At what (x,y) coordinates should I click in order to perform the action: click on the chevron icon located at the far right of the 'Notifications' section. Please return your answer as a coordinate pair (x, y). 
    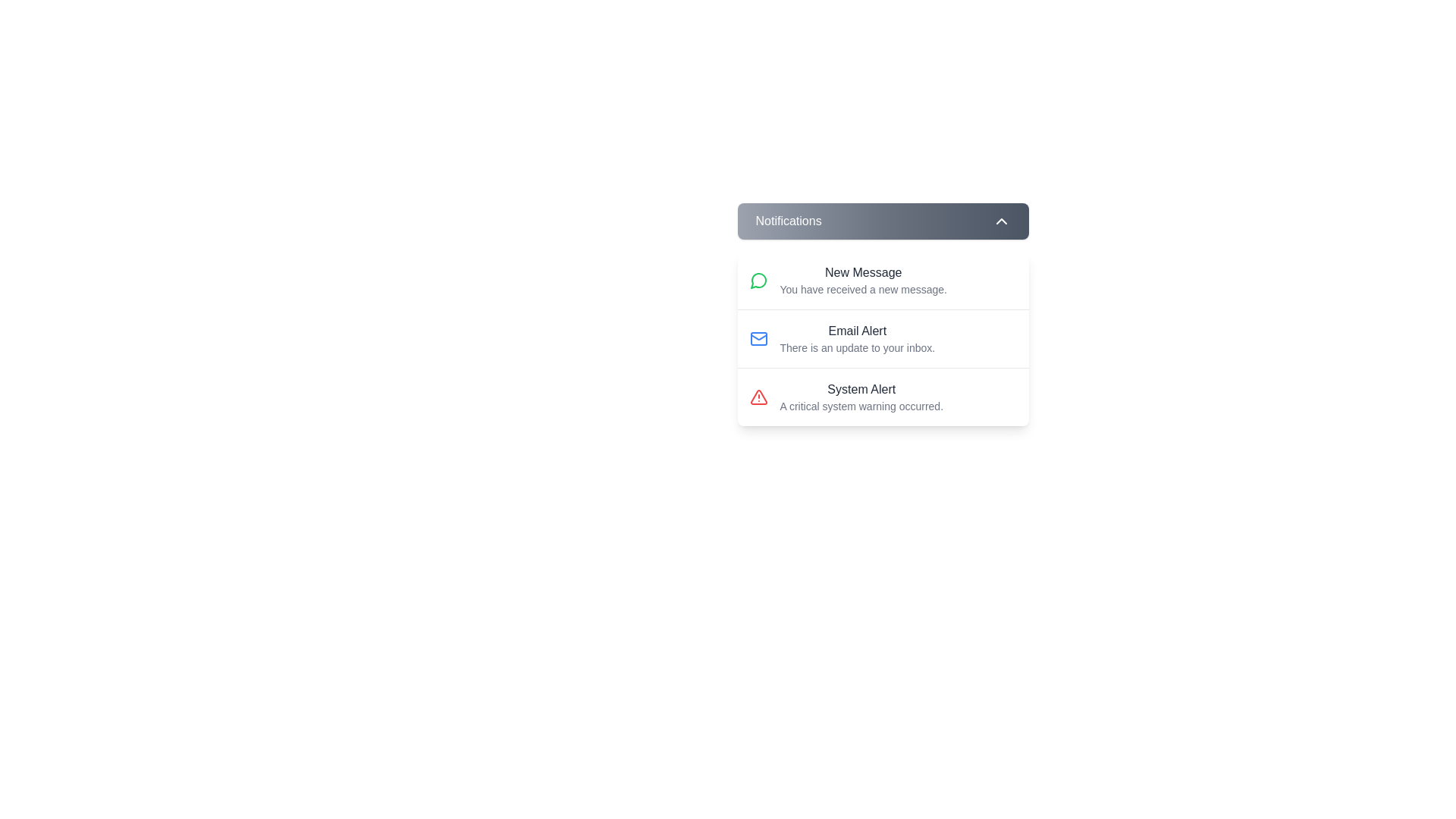
    Looking at the image, I should click on (1001, 221).